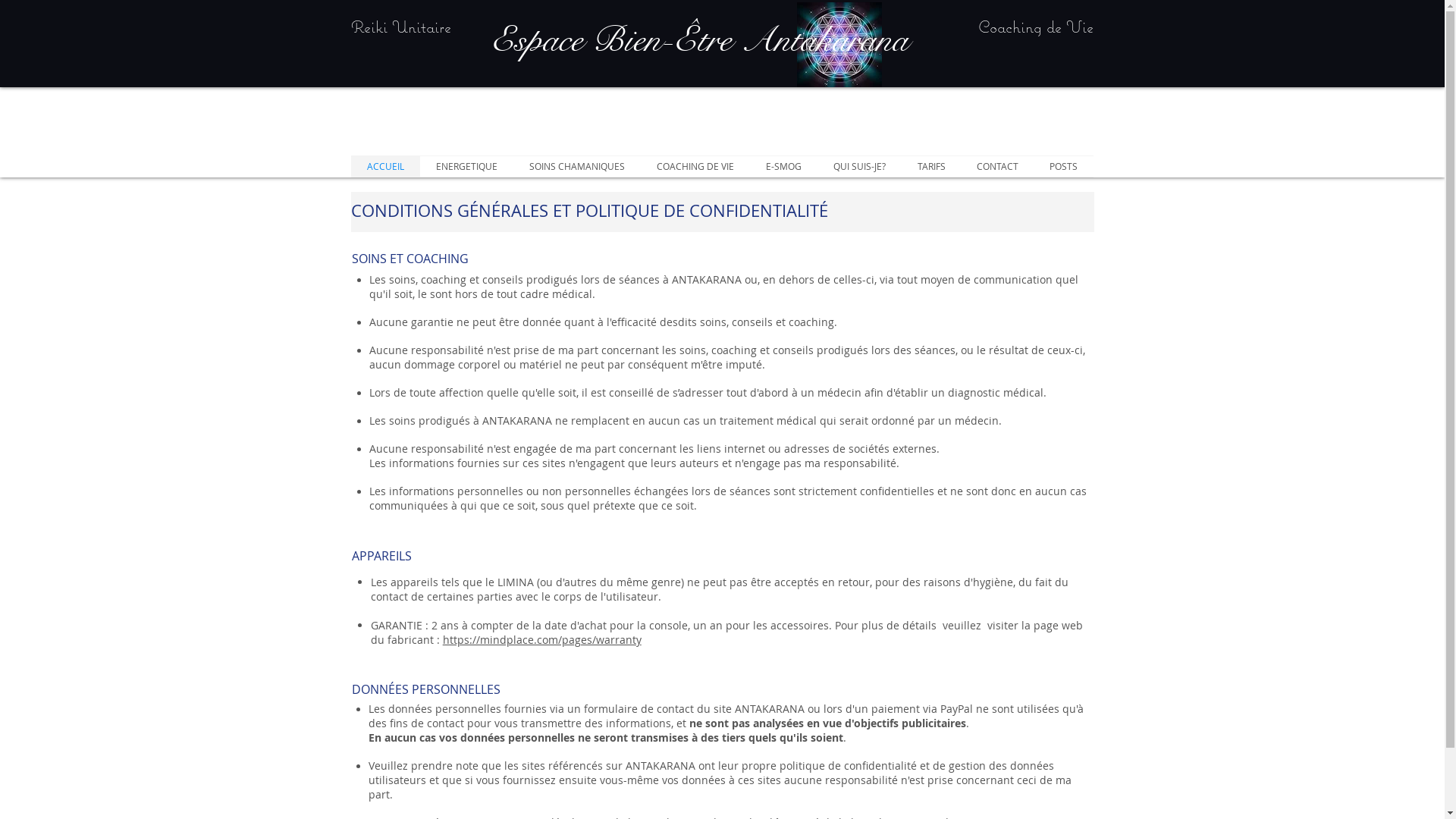 This screenshot has width=1456, height=819. I want to click on 'E-SMOG', so click(783, 166).